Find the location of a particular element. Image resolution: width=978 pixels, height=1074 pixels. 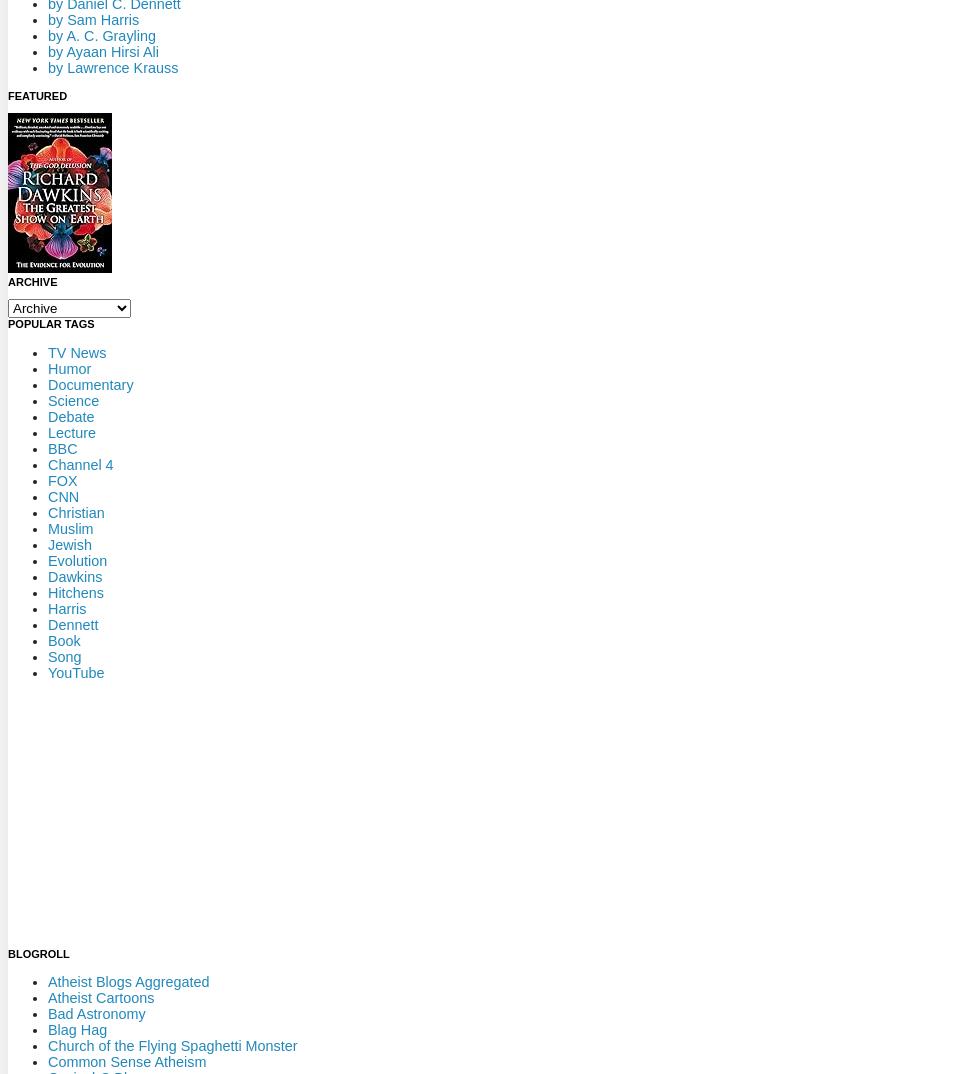

'Debate' is located at coordinates (71, 415).